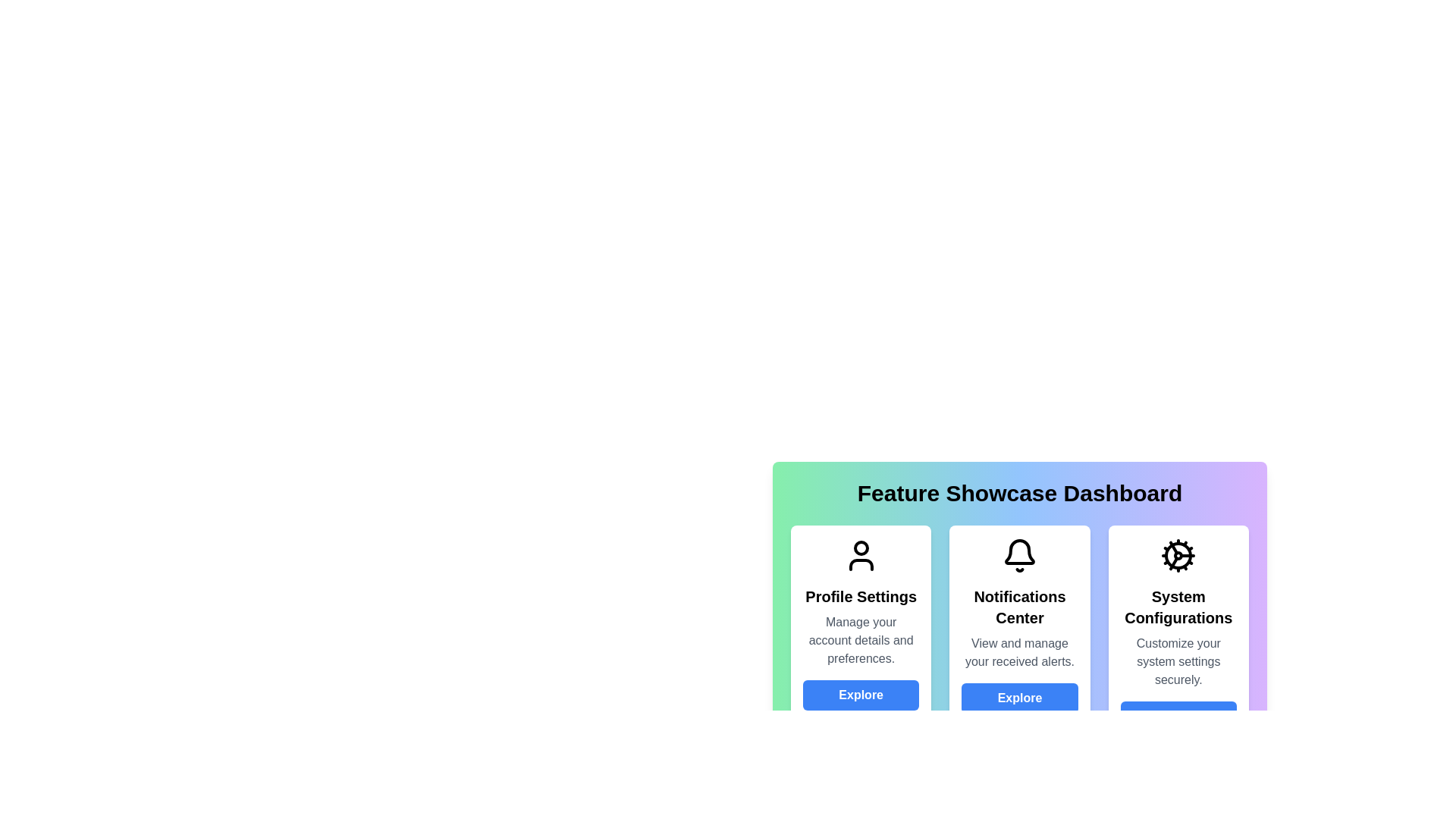  I want to click on text label that serves as the header for managing notifications and alerts, located centrally below a bell icon and above a descriptive paragraph, so click(1019, 607).